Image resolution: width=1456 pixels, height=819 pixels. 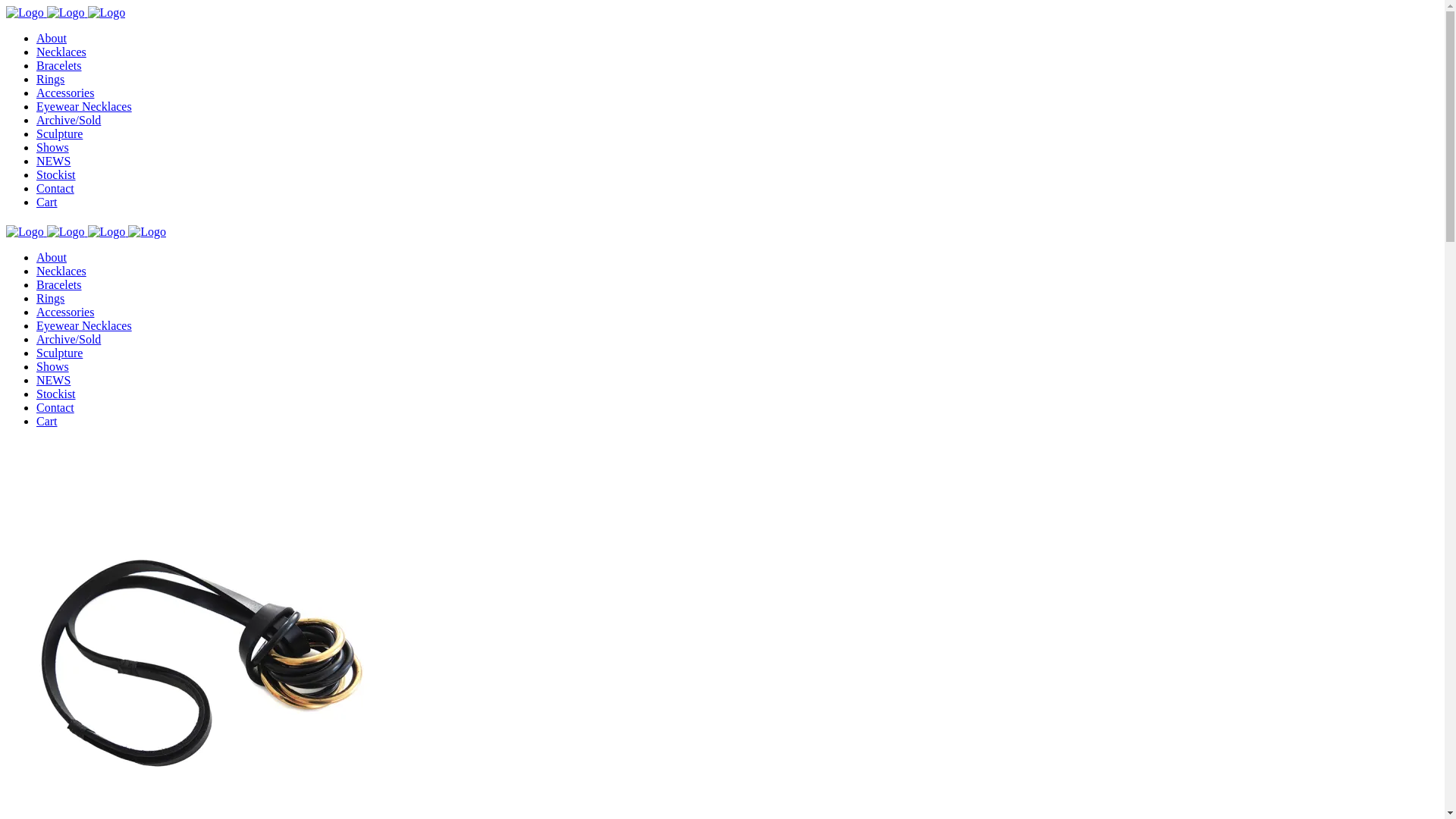 What do you see at coordinates (52, 366) in the screenshot?
I see `'Shows'` at bounding box center [52, 366].